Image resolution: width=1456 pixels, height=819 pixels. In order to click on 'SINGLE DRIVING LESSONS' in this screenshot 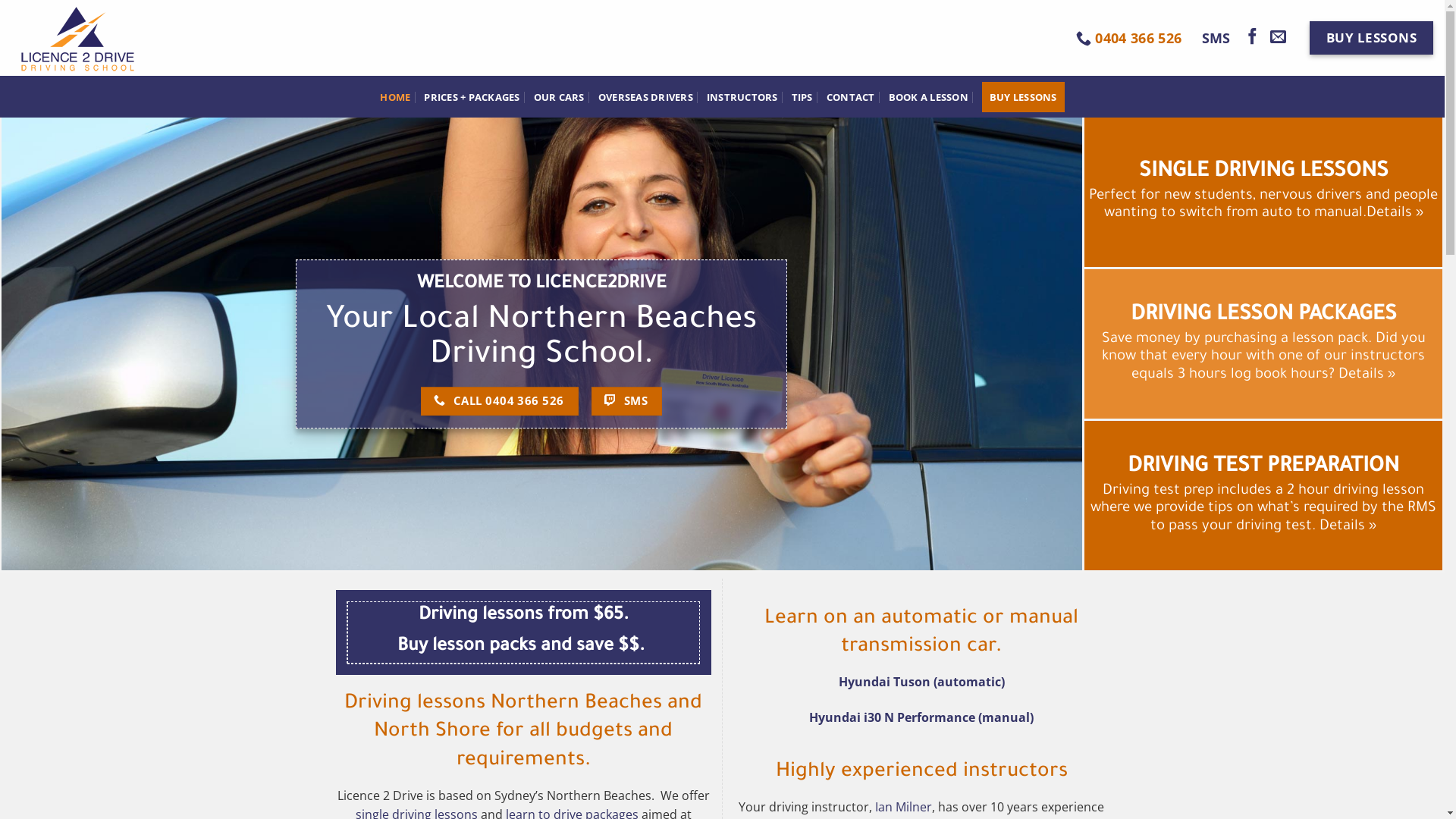, I will do `click(1263, 172)`.